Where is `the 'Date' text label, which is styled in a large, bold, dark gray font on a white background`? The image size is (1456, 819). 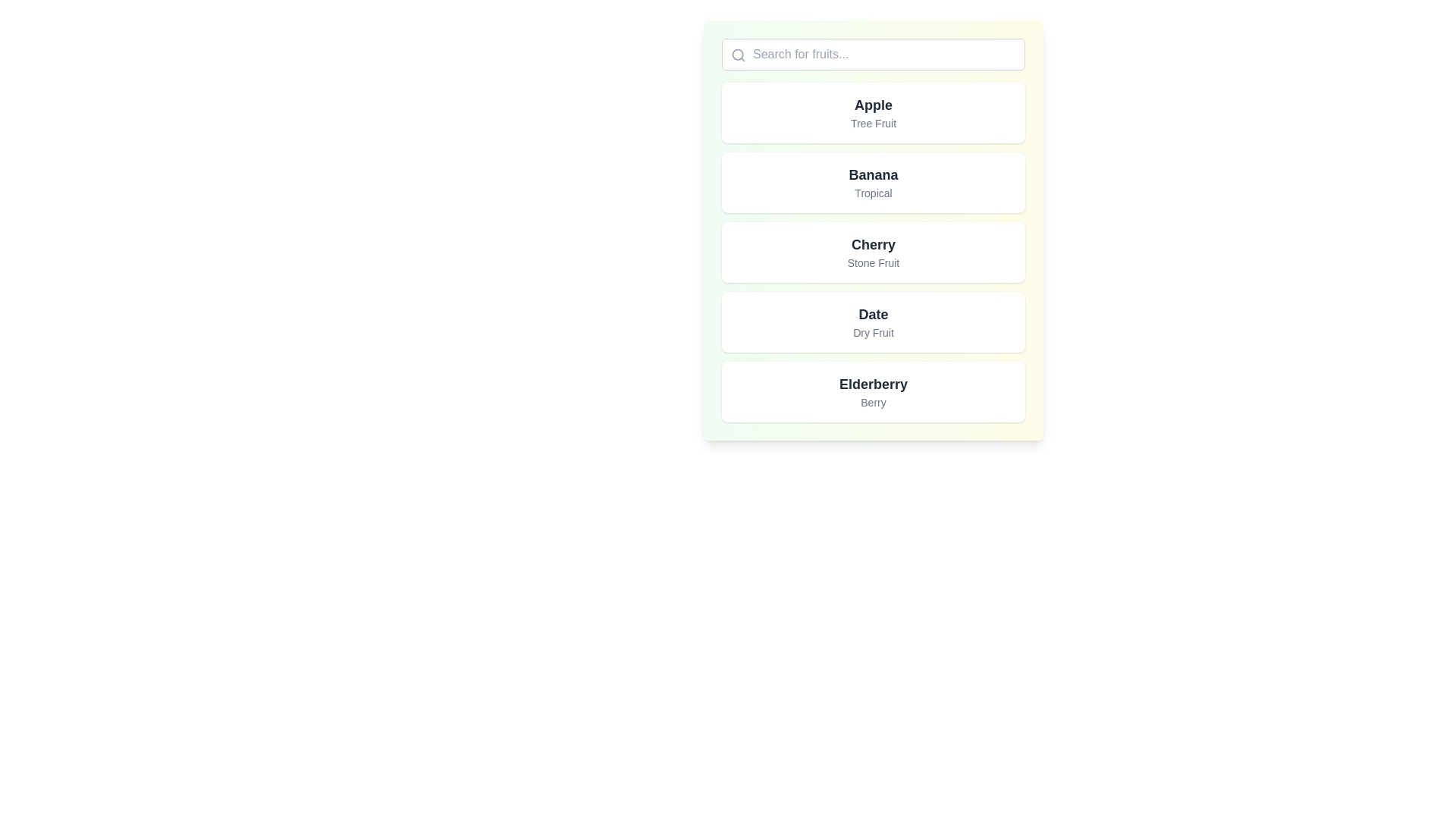
the 'Date' text label, which is styled in a large, bold, dark gray font on a white background is located at coordinates (874, 314).